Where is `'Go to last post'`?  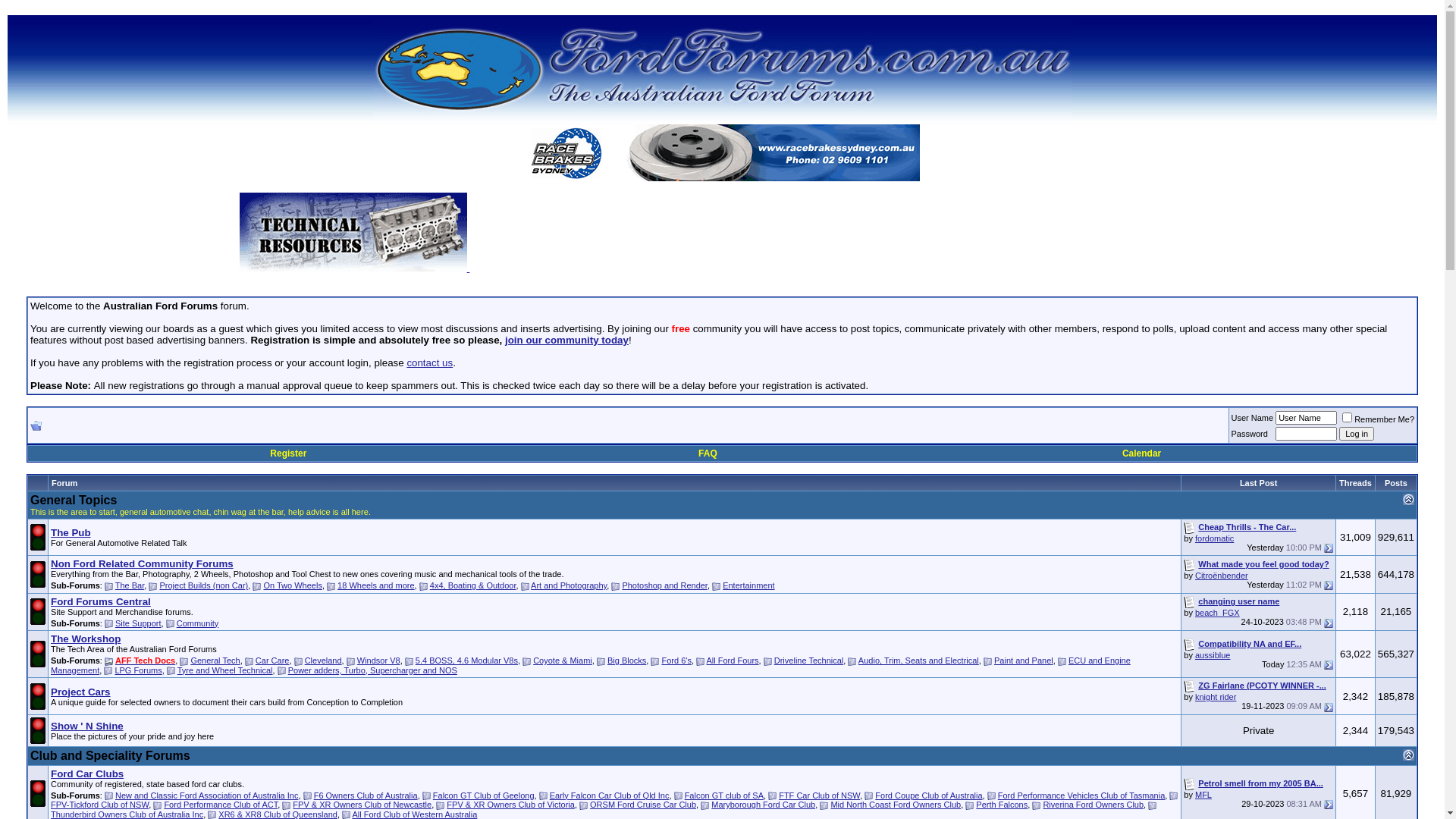
'Go to last post' is located at coordinates (1328, 623).